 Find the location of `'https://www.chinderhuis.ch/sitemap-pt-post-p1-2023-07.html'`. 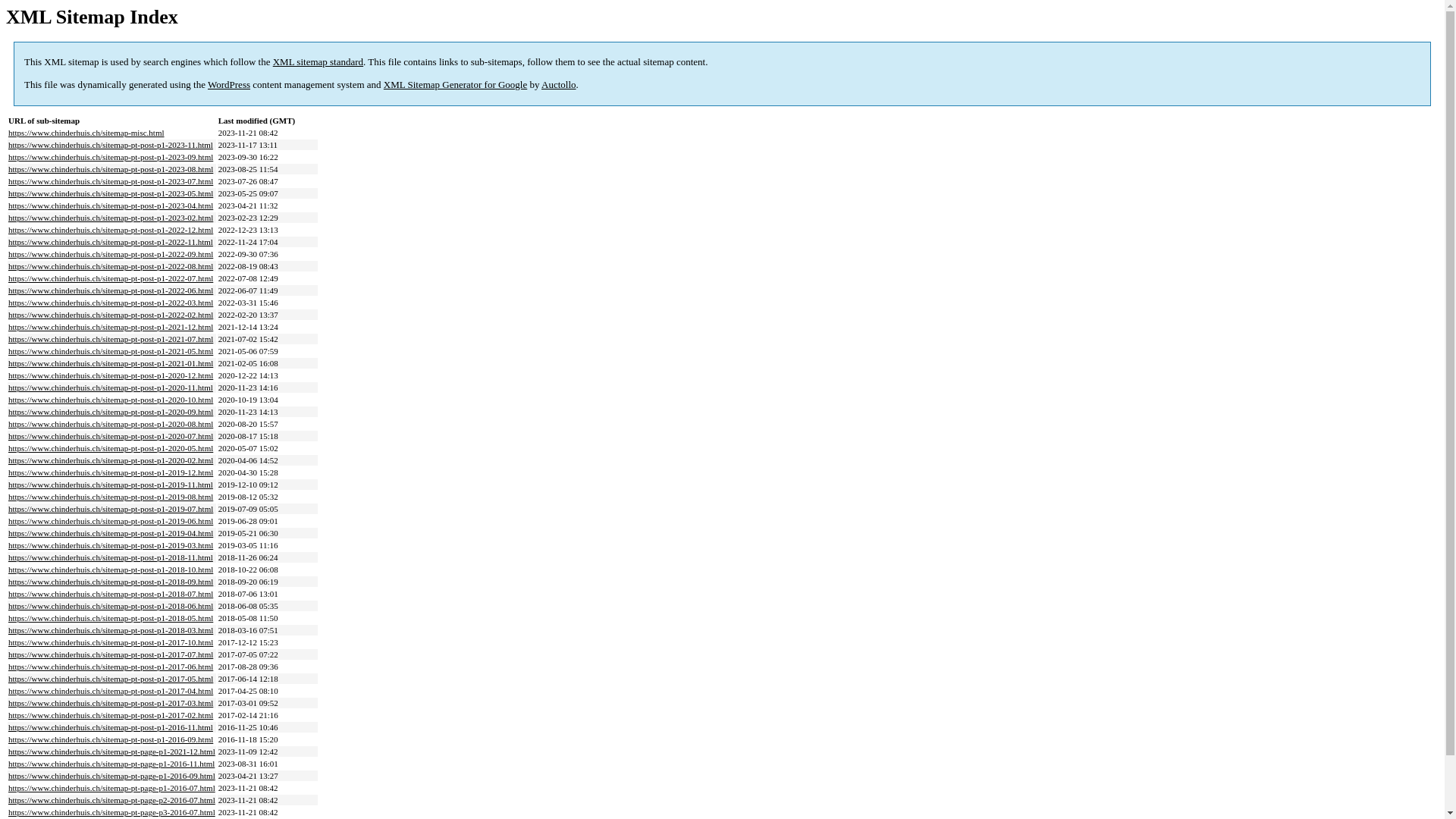

'https://www.chinderhuis.ch/sitemap-pt-post-p1-2023-07.html' is located at coordinates (109, 180).